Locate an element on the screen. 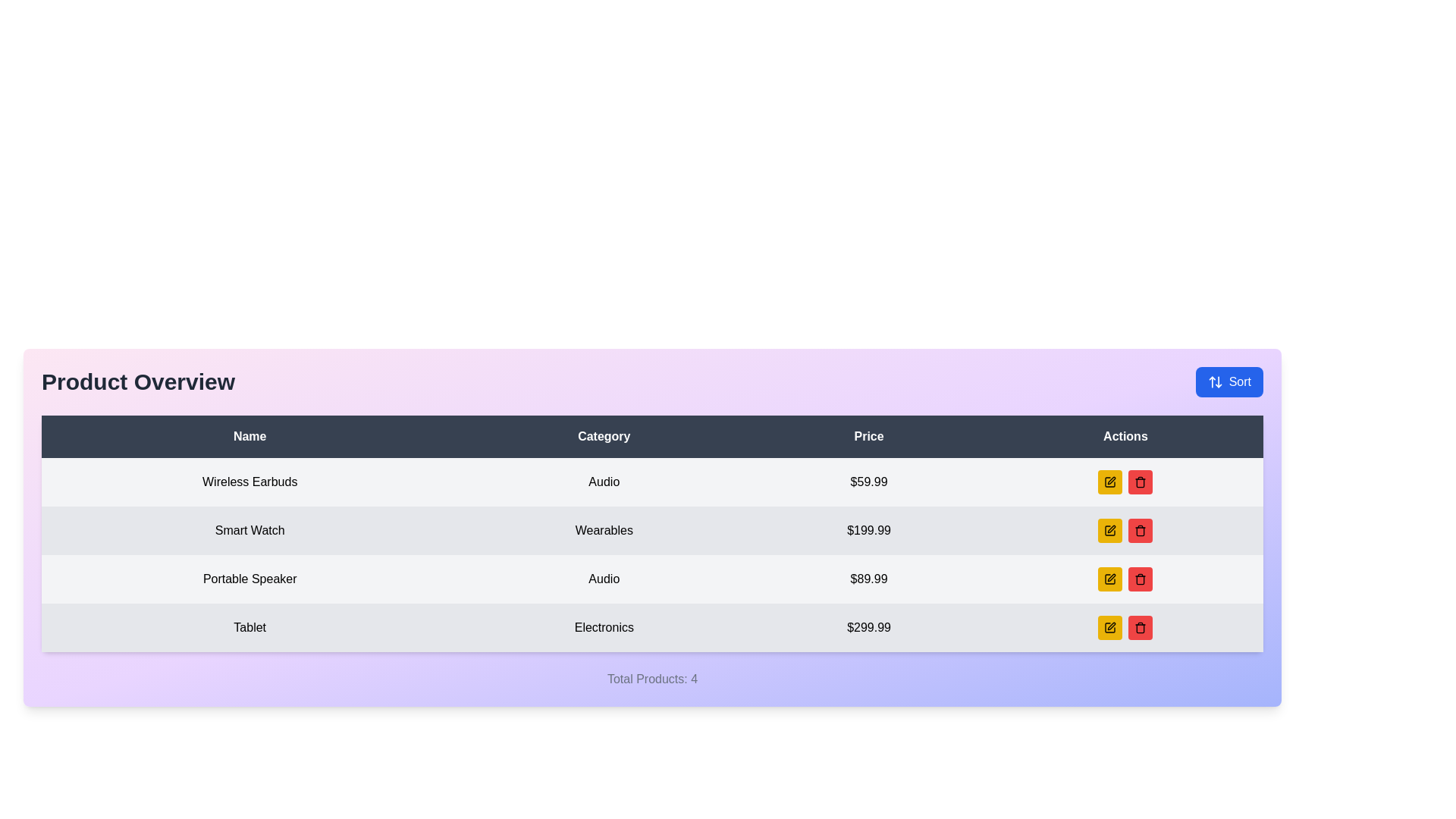  the static text label that indicates the purpose of the fourth column in the table, located at the top-right corner, aligned with the 'Price' header is located at coordinates (1125, 436).